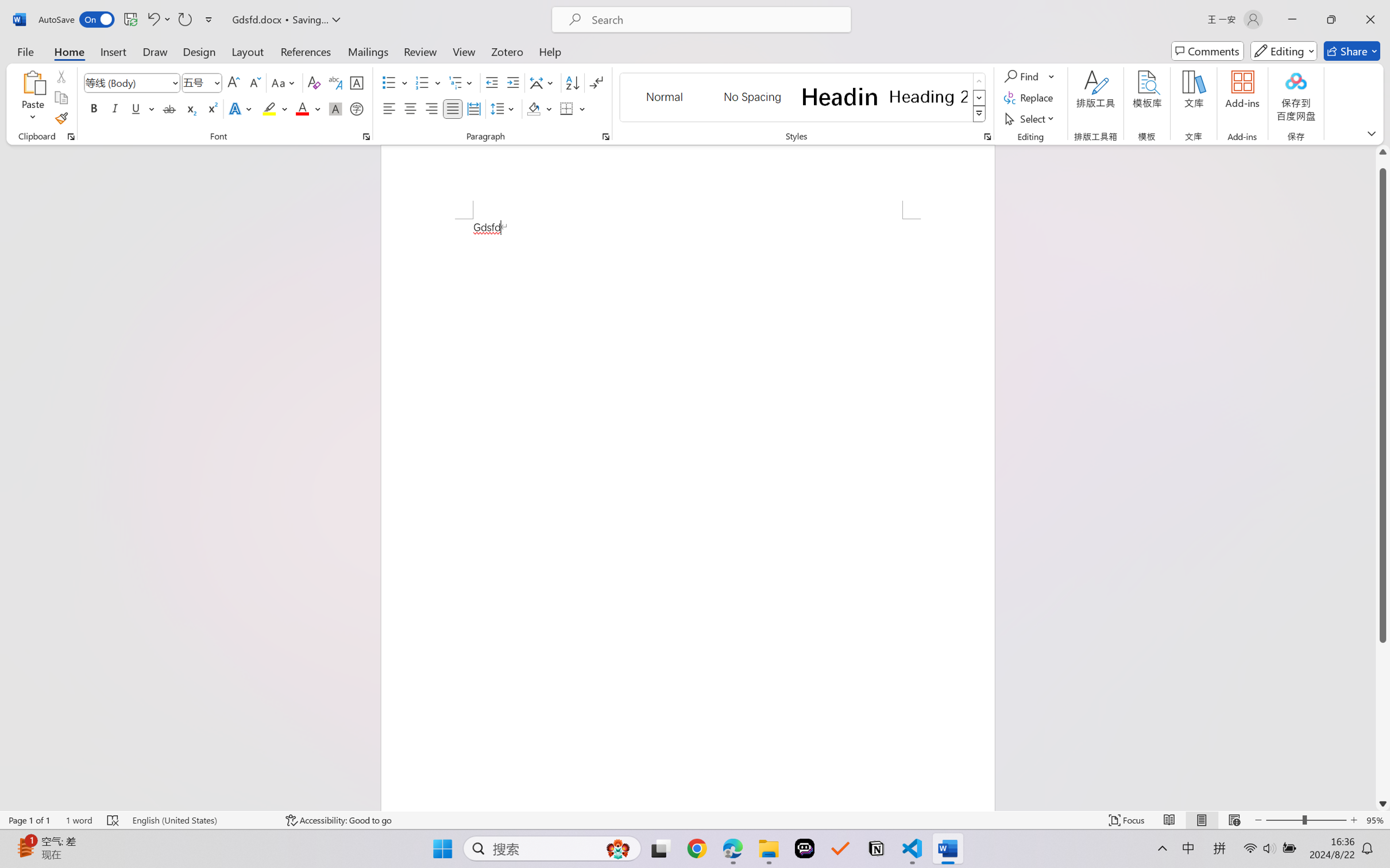 The height and width of the screenshot is (868, 1390). Describe the element at coordinates (211, 108) in the screenshot. I see `'Superscript'` at that location.